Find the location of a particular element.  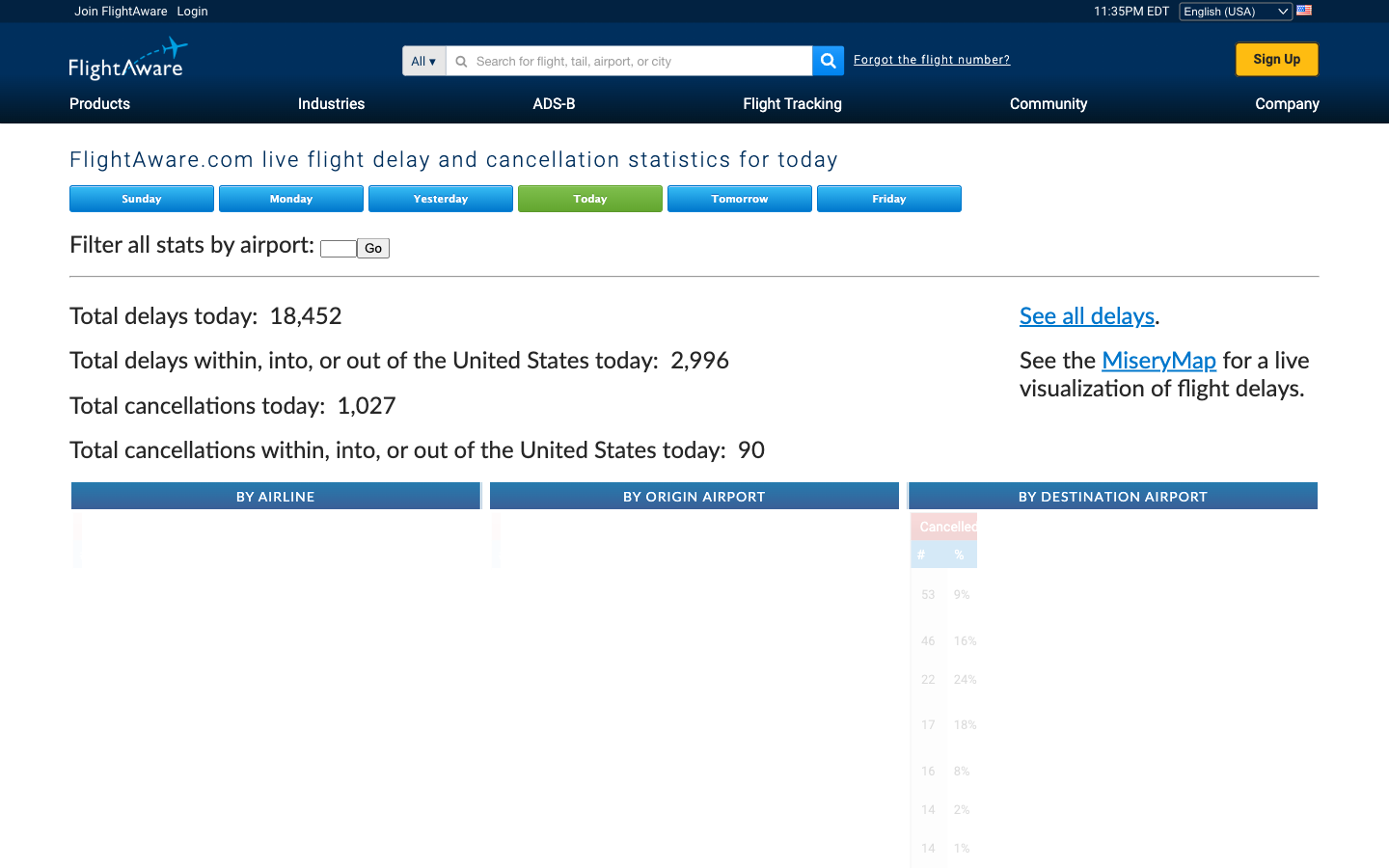

Inspect Flight Aware for today"s live details on flight delays and cancellations is located at coordinates (591, 199).